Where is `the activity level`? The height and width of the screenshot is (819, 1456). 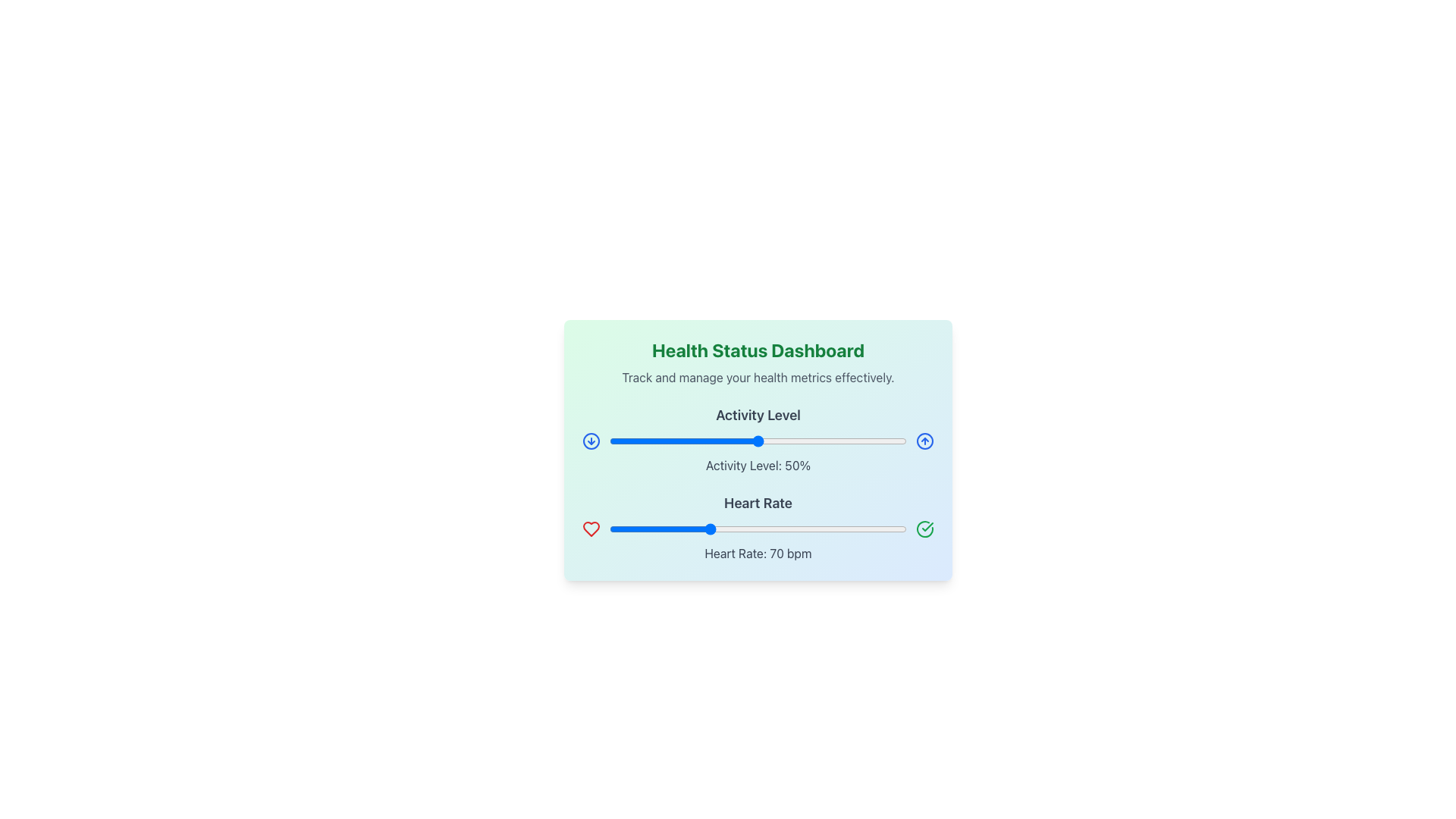 the activity level is located at coordinates (832, 441).